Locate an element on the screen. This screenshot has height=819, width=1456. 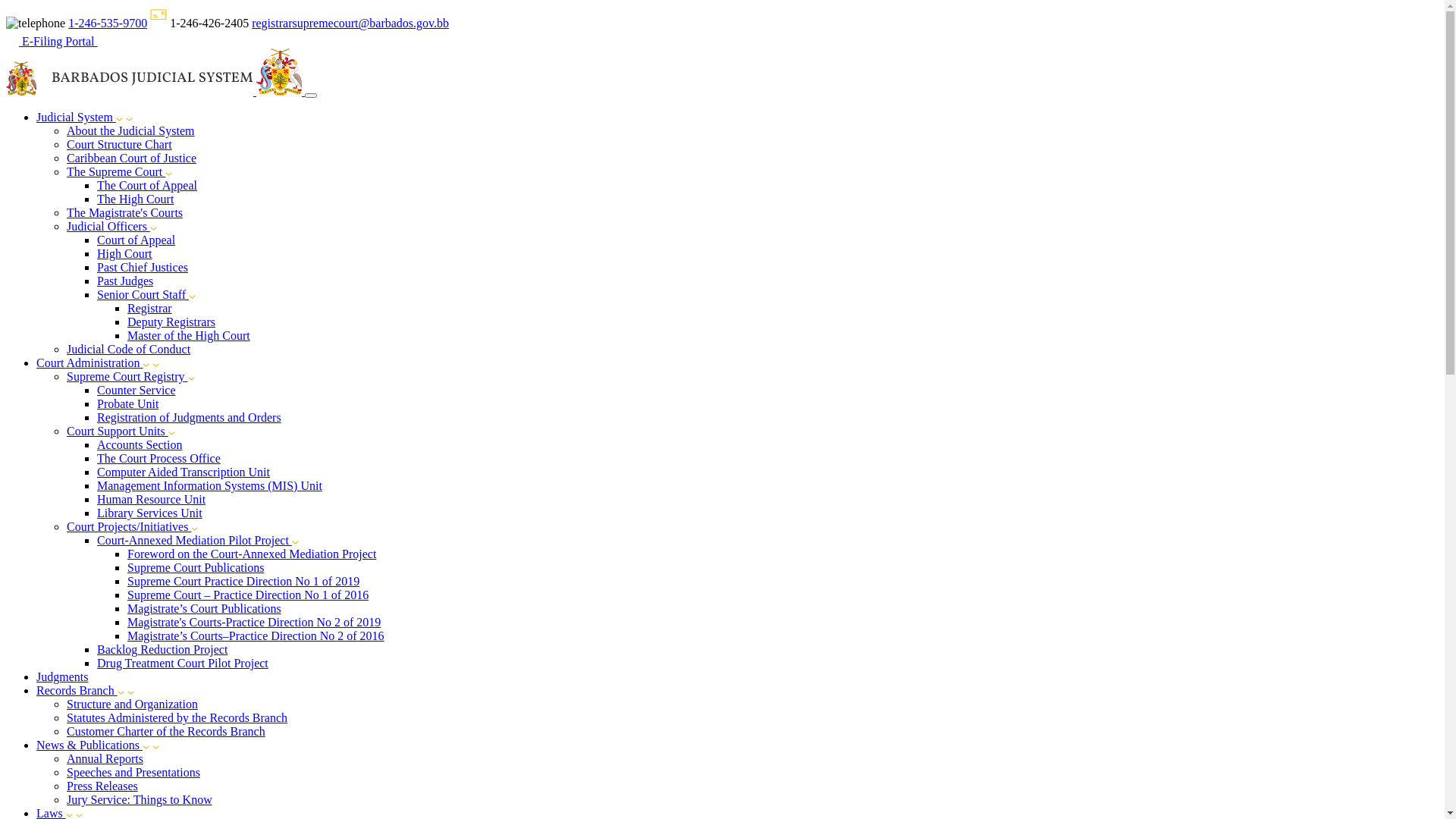
'Computer Aided Transcription Unit' is located at coordinates (96, 471).